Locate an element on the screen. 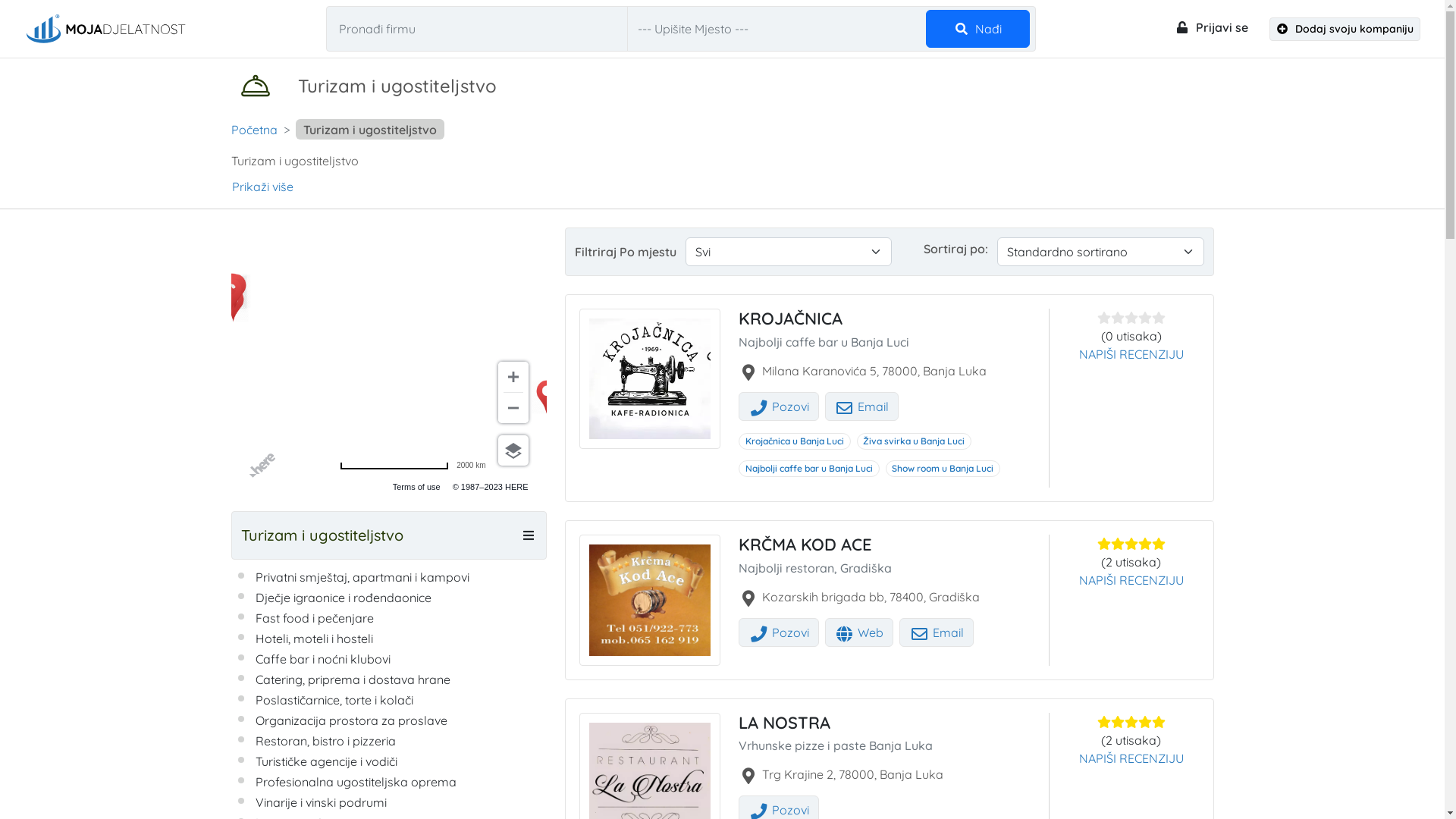  'Email' is located at coordinates (824, 406).